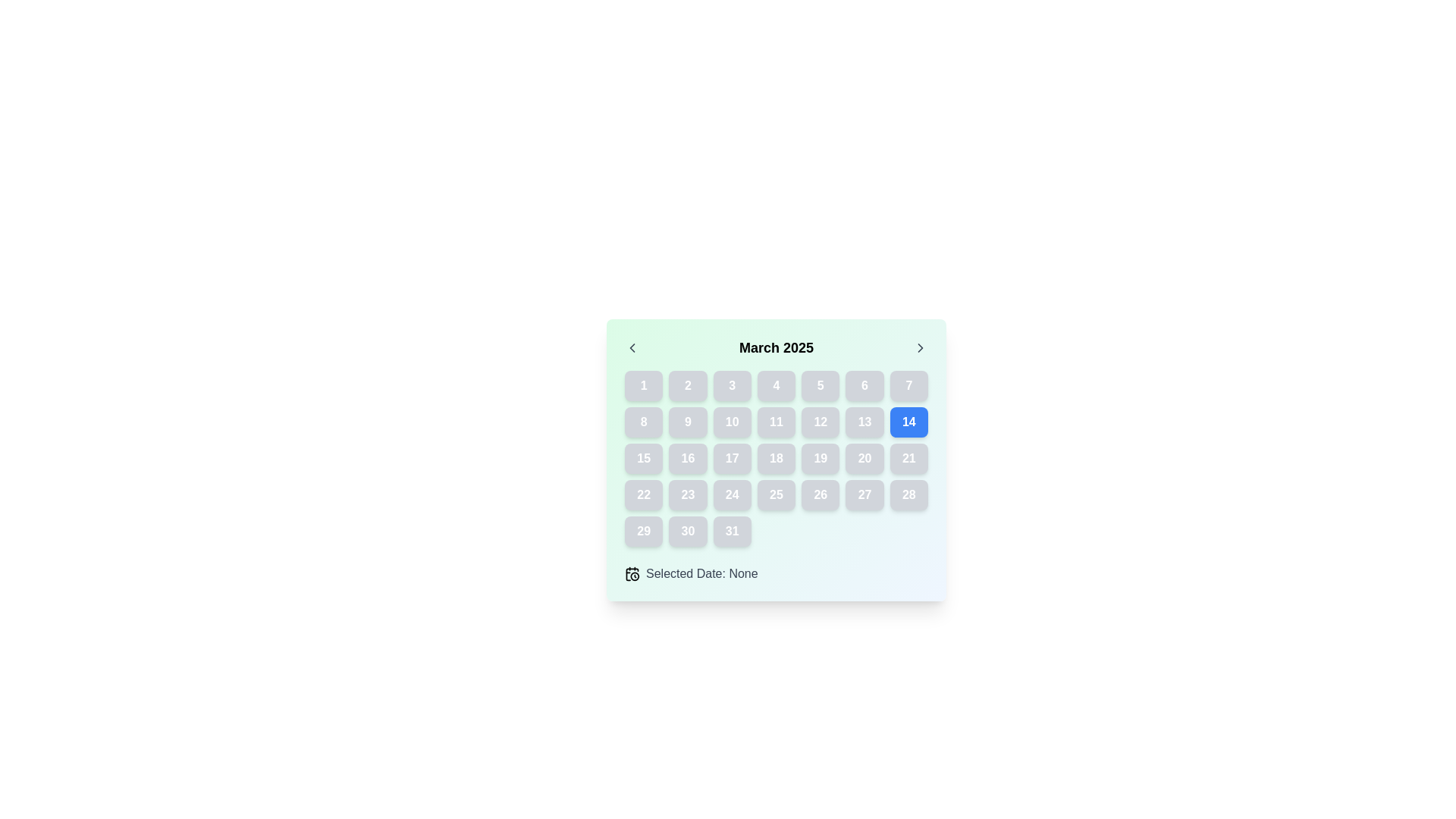 This screenshot has width=1456, height=819. What do you see at coordinates (644, 422) in the screenshot?
I see `the button representing the 8th day in the calendar to change its background color` at bounding box center [644, 422].